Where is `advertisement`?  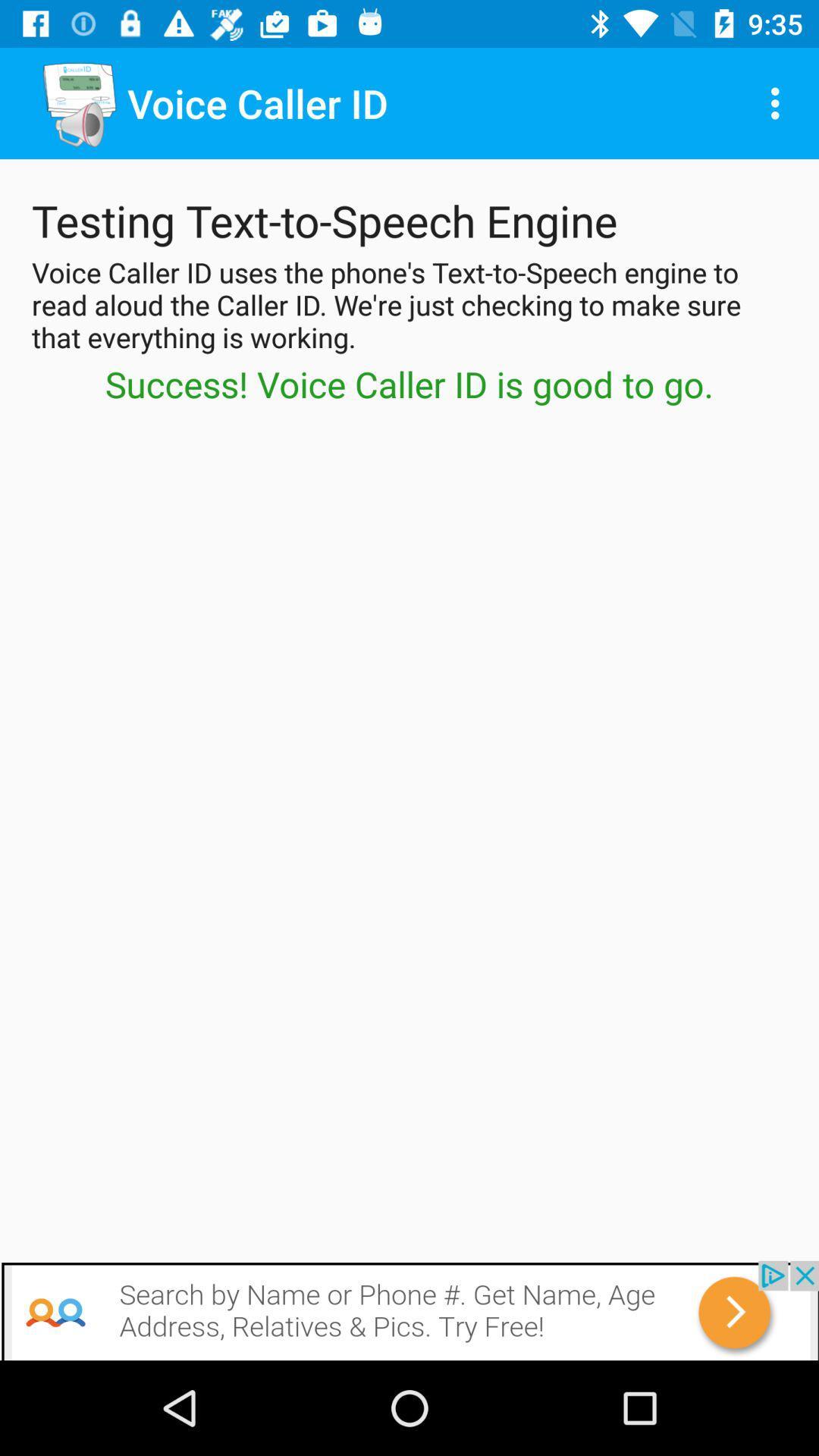 advertisement is located at coordinates (409, 1310).